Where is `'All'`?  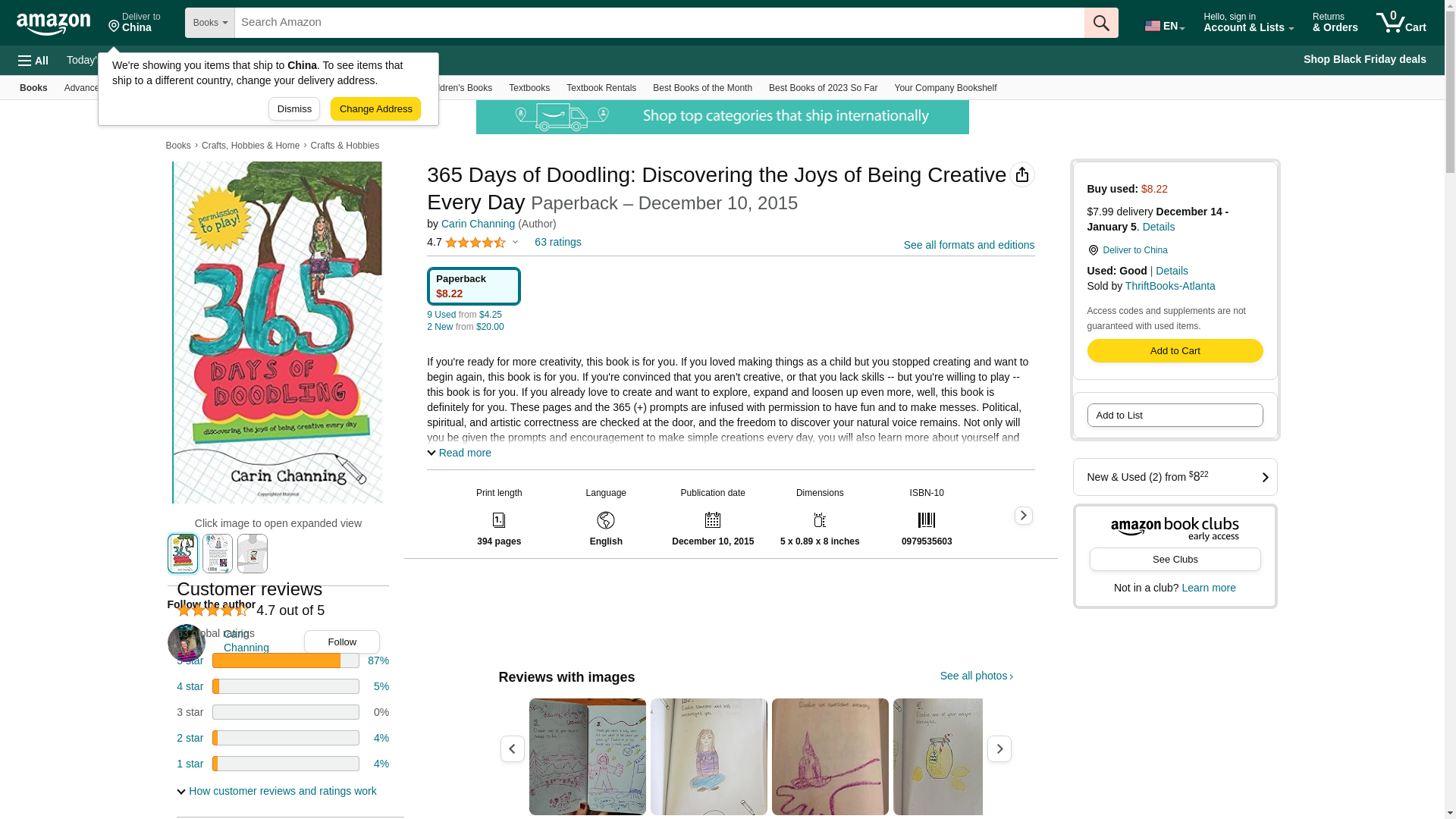 'All' is located at coordinates (11, 59).